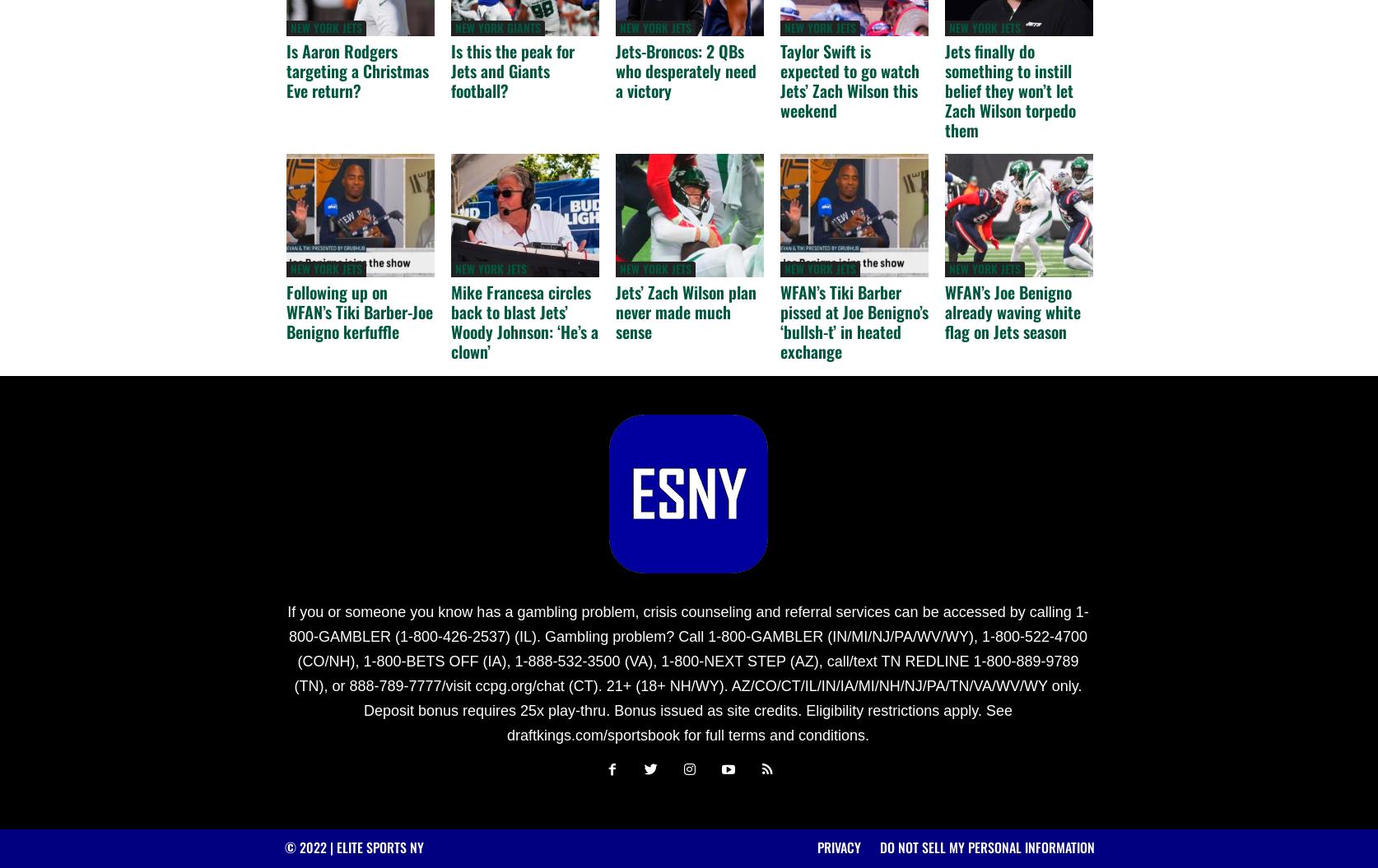 This screenshot has width=1378, height=868. What do you see at coordinates (687, 672) in the screenshot?
I see `'If you or someone you know has a gambling problem, crisis counseling and referral services can be accessed by calling 1-800-GAMBLER (1-800-426-2537) (IL). Gambling problem? Call 1-800-GAMBLER (IN/MI/NJ/PA/WV/WY), 1-800-522-4700 (CO/NH), 1-800-BETS OFF (IA), 1-888-532-3500 (VA), 1-800-NEXT STEP (AZ), call/text TN REDLINE 1-800-889-9789 (TN), or 888-789-7777/visit ccpg.org/chat (CT). 21+ (18+ NH/WY). AZ/CO/CT/IL/IN/IA/MI/NH/NJ/PA/TN/VA/WV/WY only. Deposit bonus requires 25x play-thru. Bonus issued as site credits. Eligibility restrictions apply. See draftkings.com/sportsbook for full terms and conditions.'` at bounding box center [687, 672].